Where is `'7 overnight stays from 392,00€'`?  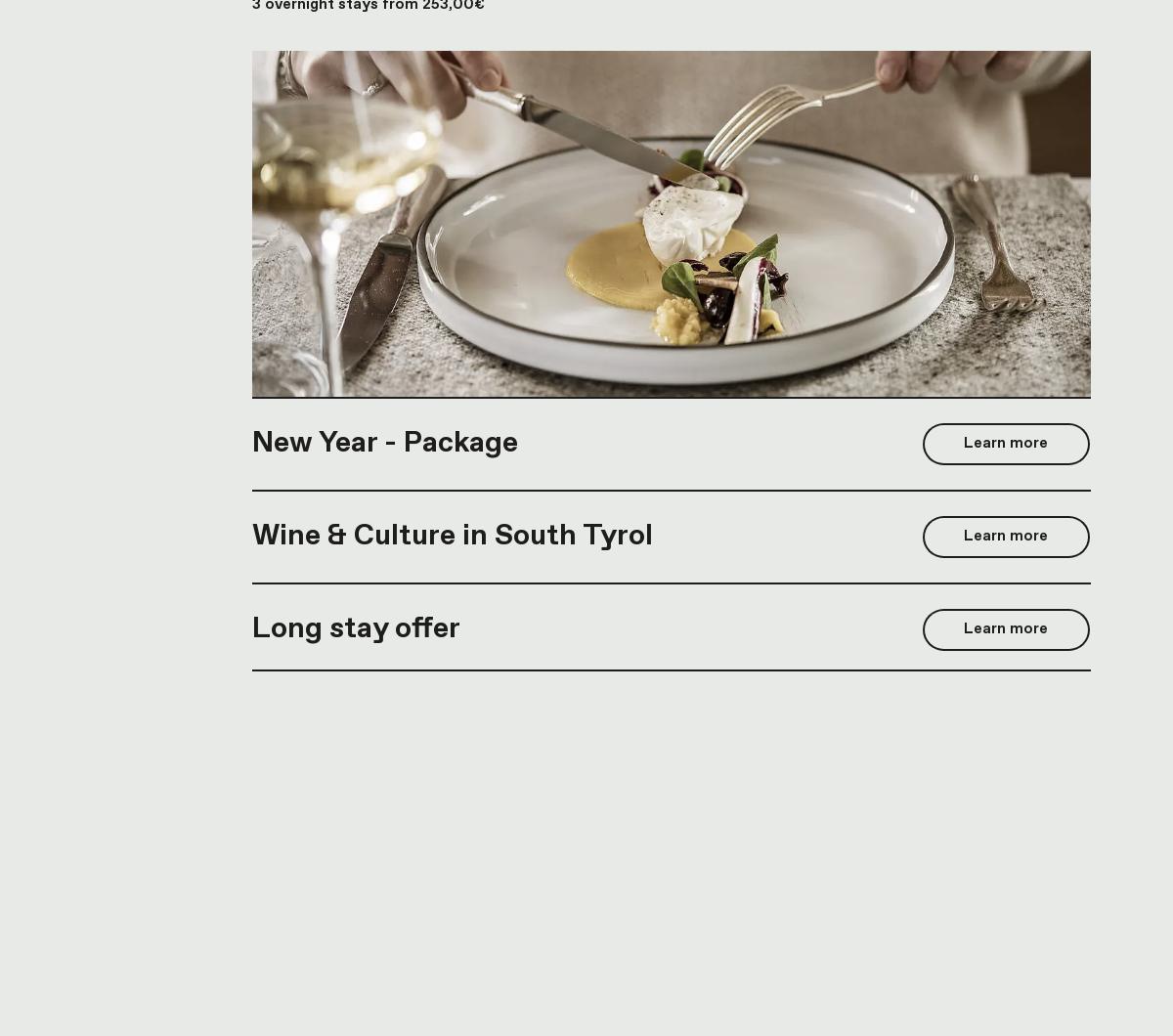 '7 overnight stays from 392,00€' is located at coordinates (369, 704).